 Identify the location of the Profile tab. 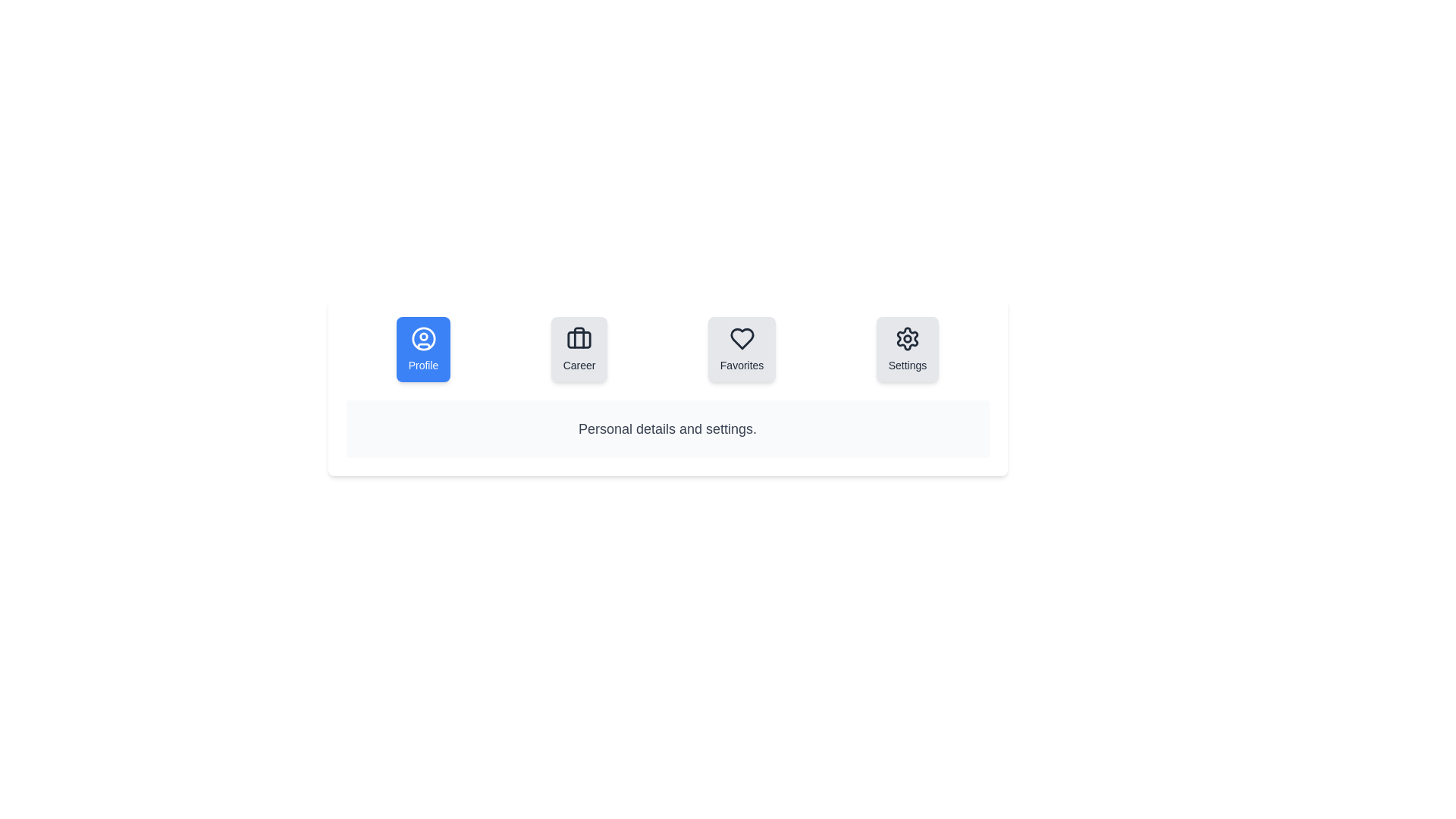
(423, 350).